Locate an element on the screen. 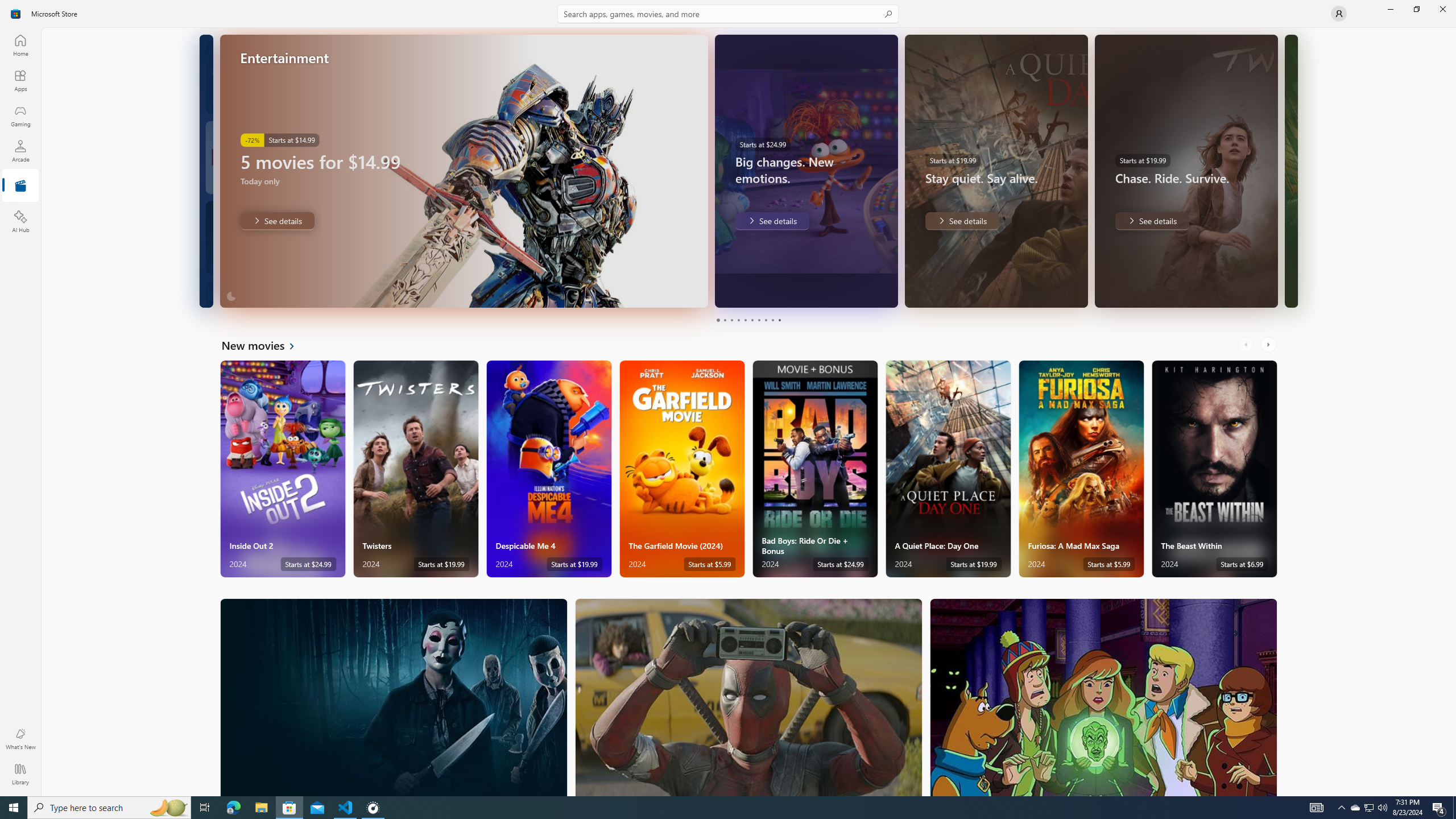  'Apps' is located at coordinates (19, 80).